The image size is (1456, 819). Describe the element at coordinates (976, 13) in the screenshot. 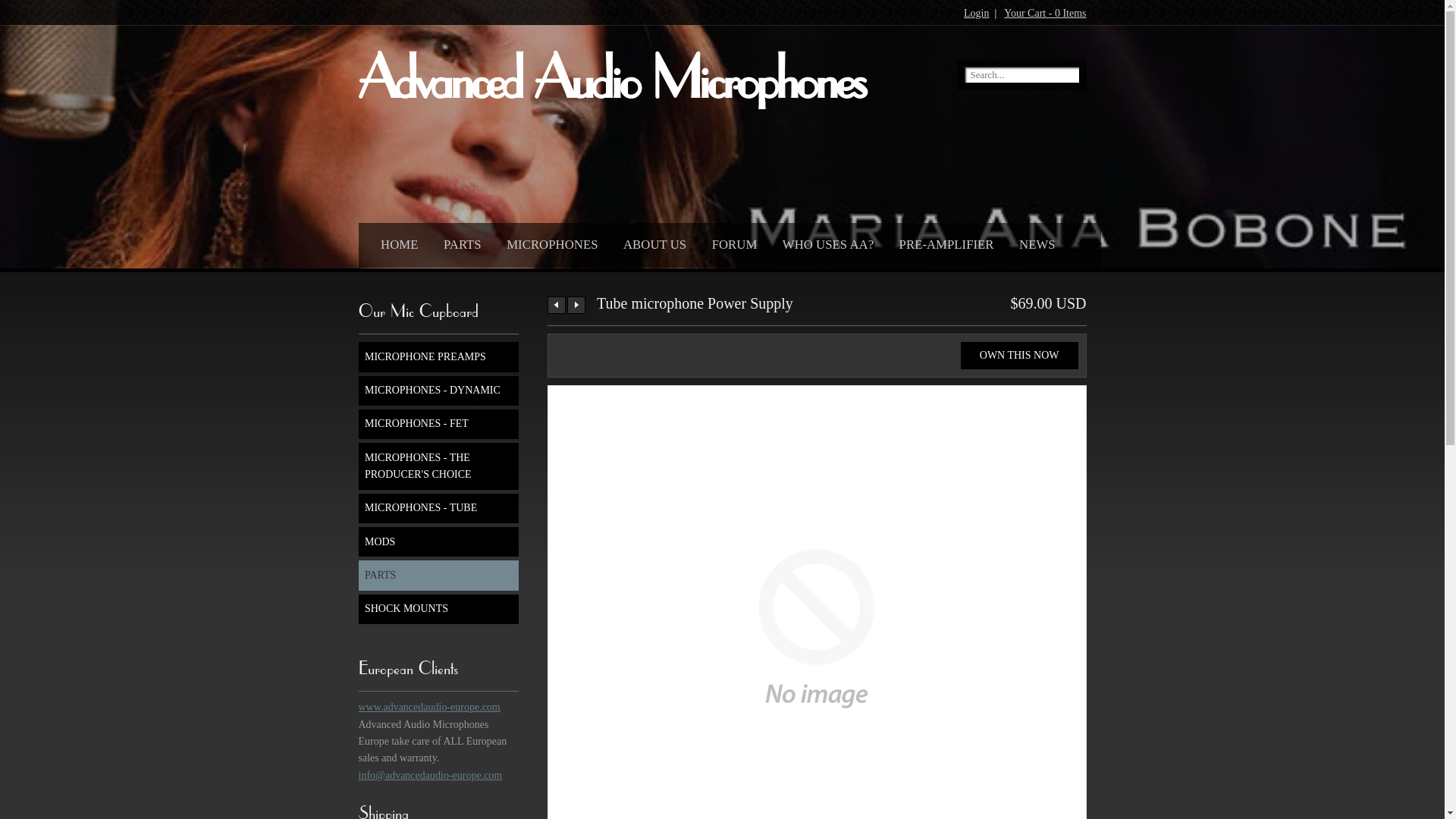

I see `'Login'` at that location.